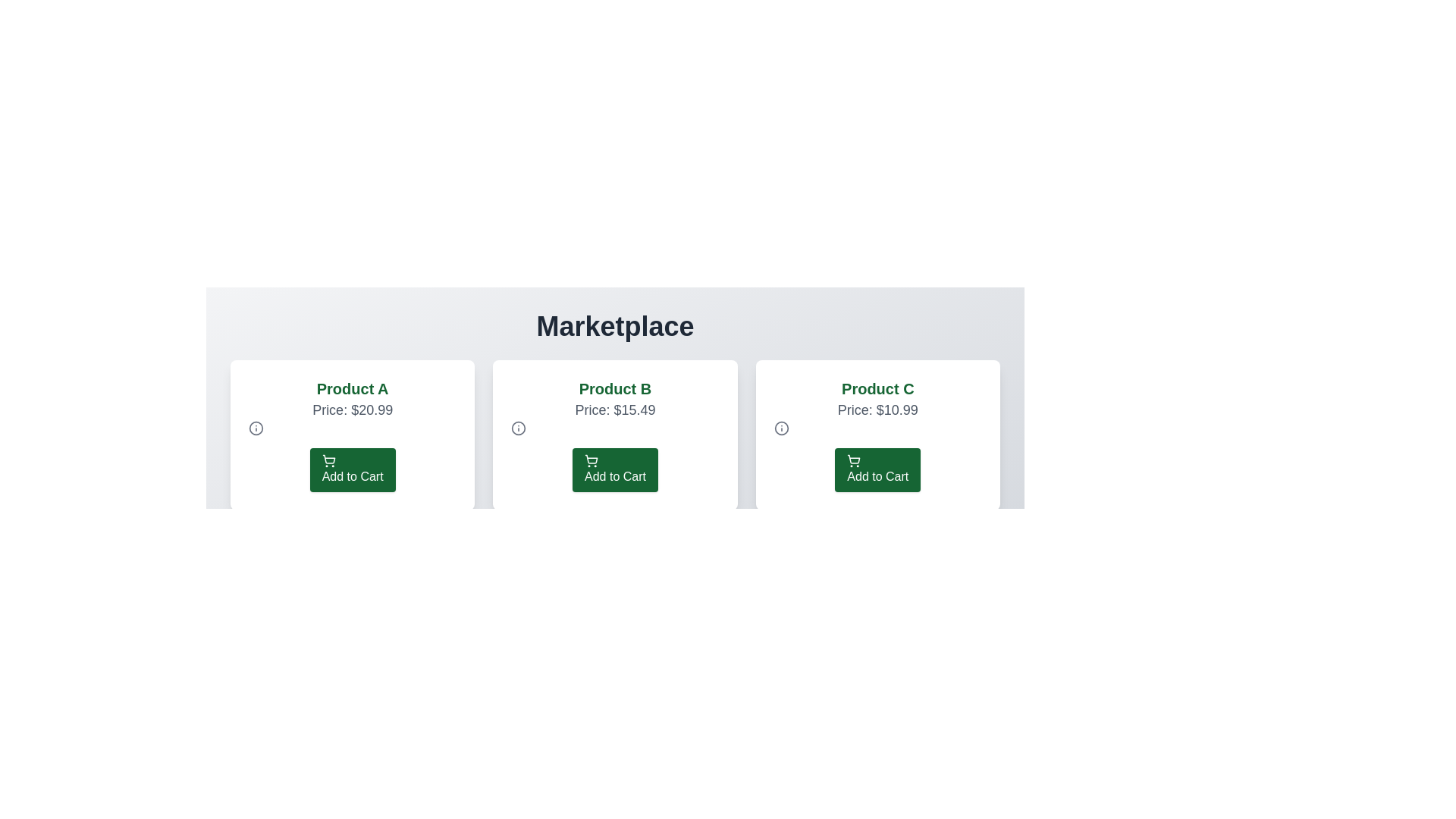 The width and height of the screenshot is (1456, 819). What do you see at coordinates (854, 460) in the screenshot?
I see `the 'Add to Cart' icon for Product C, which is located within the green button below the Product C section in the Marketplace` at bounding box center [854, 460].